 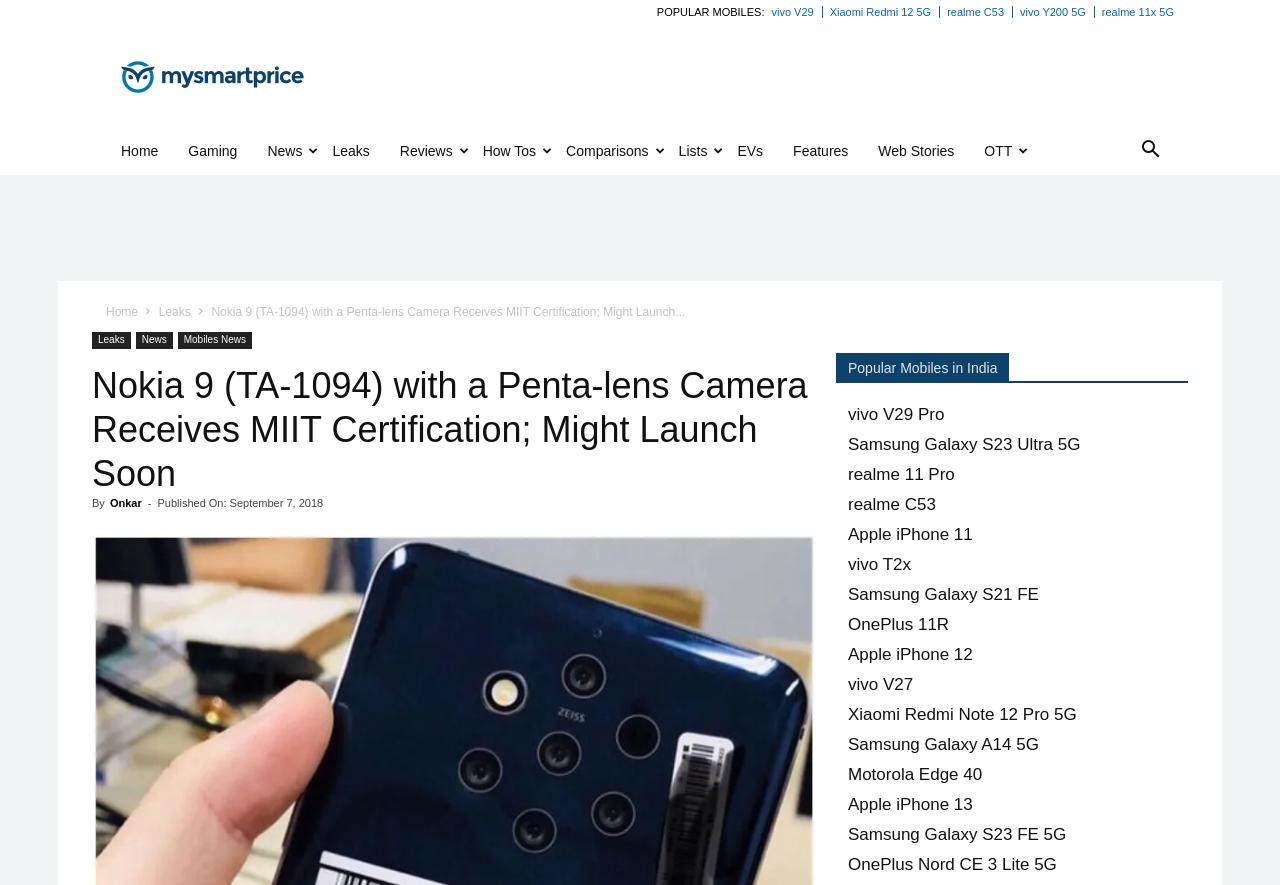 What do you see at coordinates (921, 366) in the screenshot?
I see `'Popular Mobiles in India'` at bounding box center [921, 366].